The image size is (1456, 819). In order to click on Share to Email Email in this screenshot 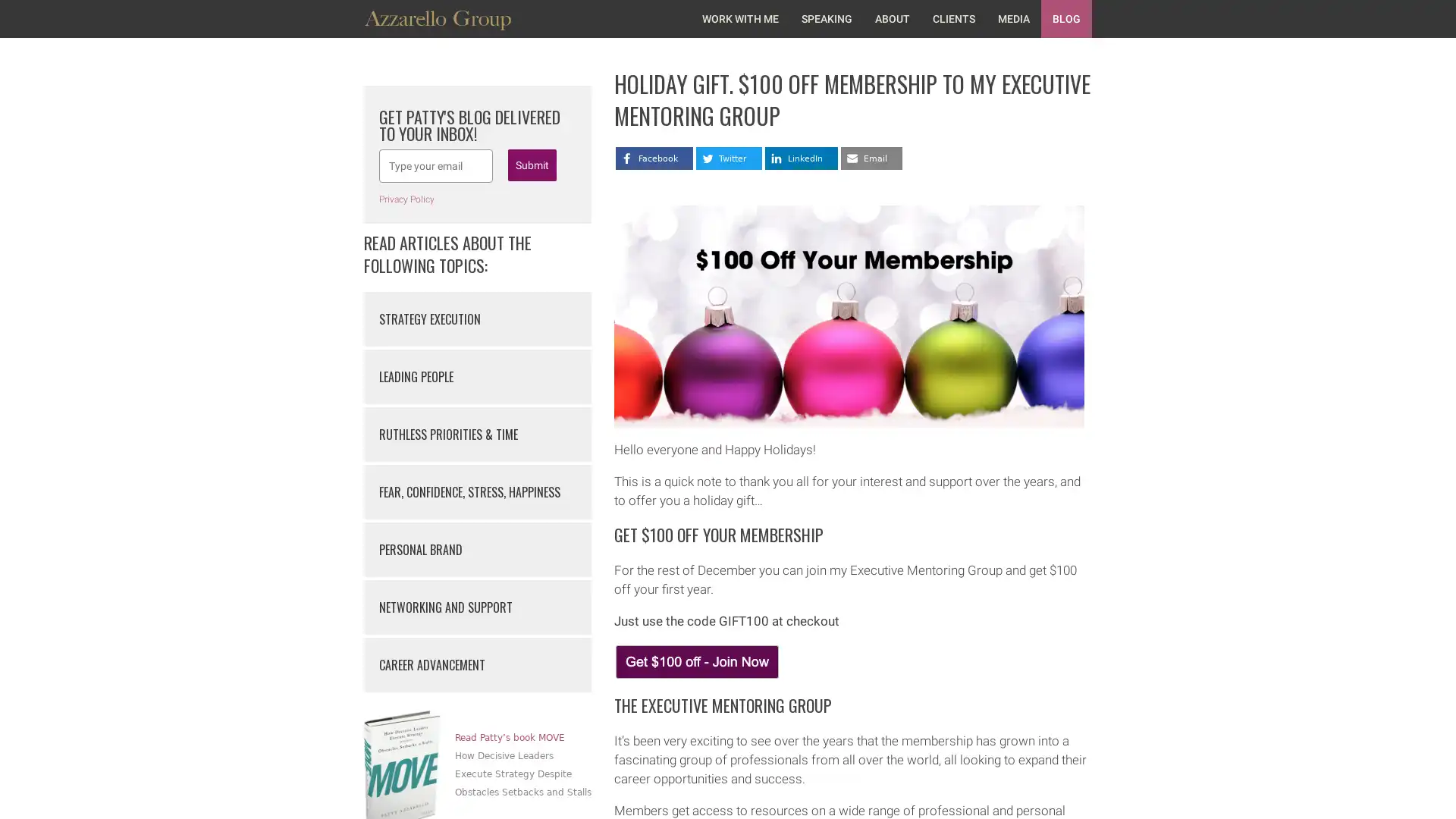, I will do `click(871, 158)`.